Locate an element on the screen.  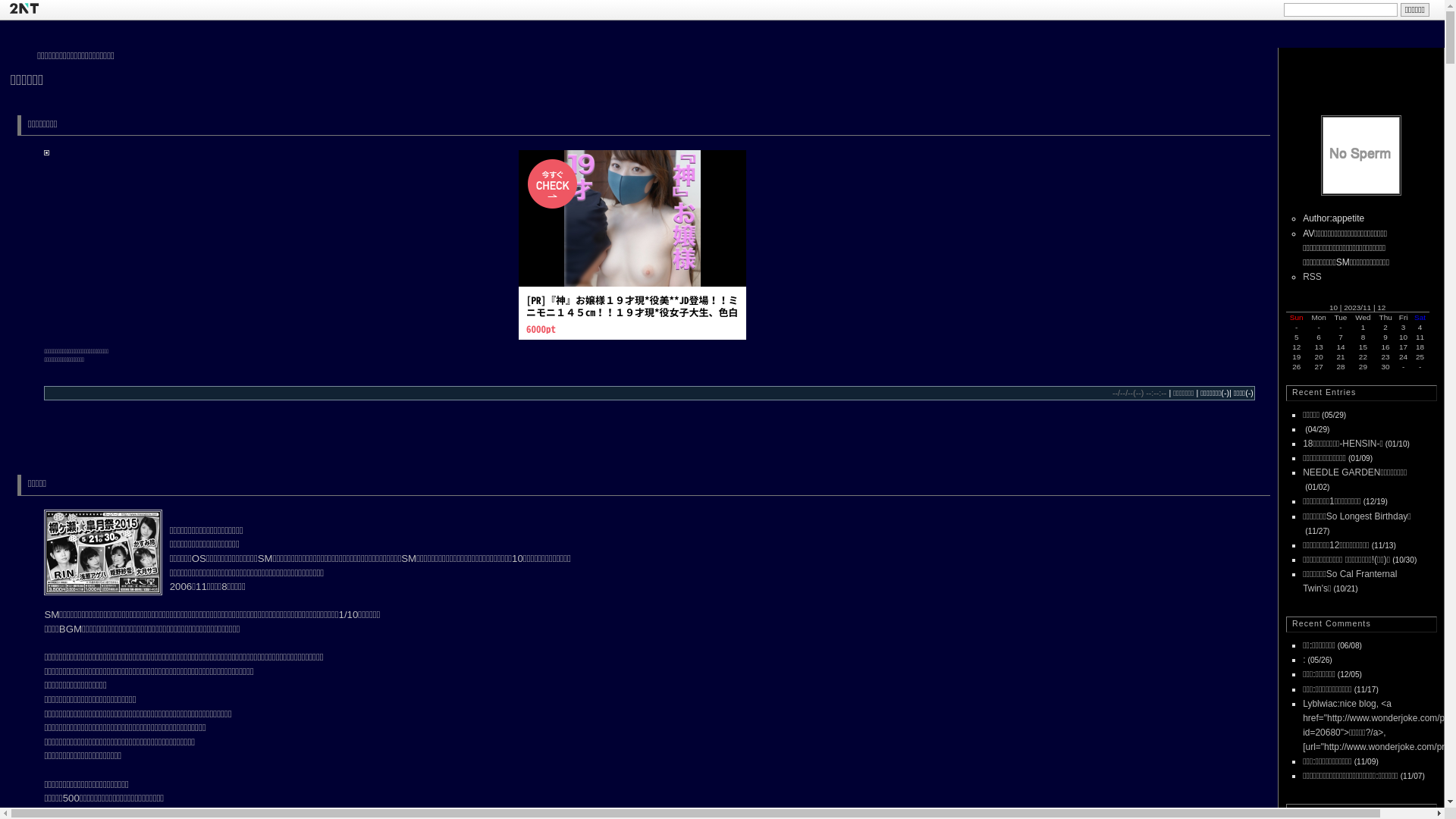
'12' is located at coordinates (1381, 307).